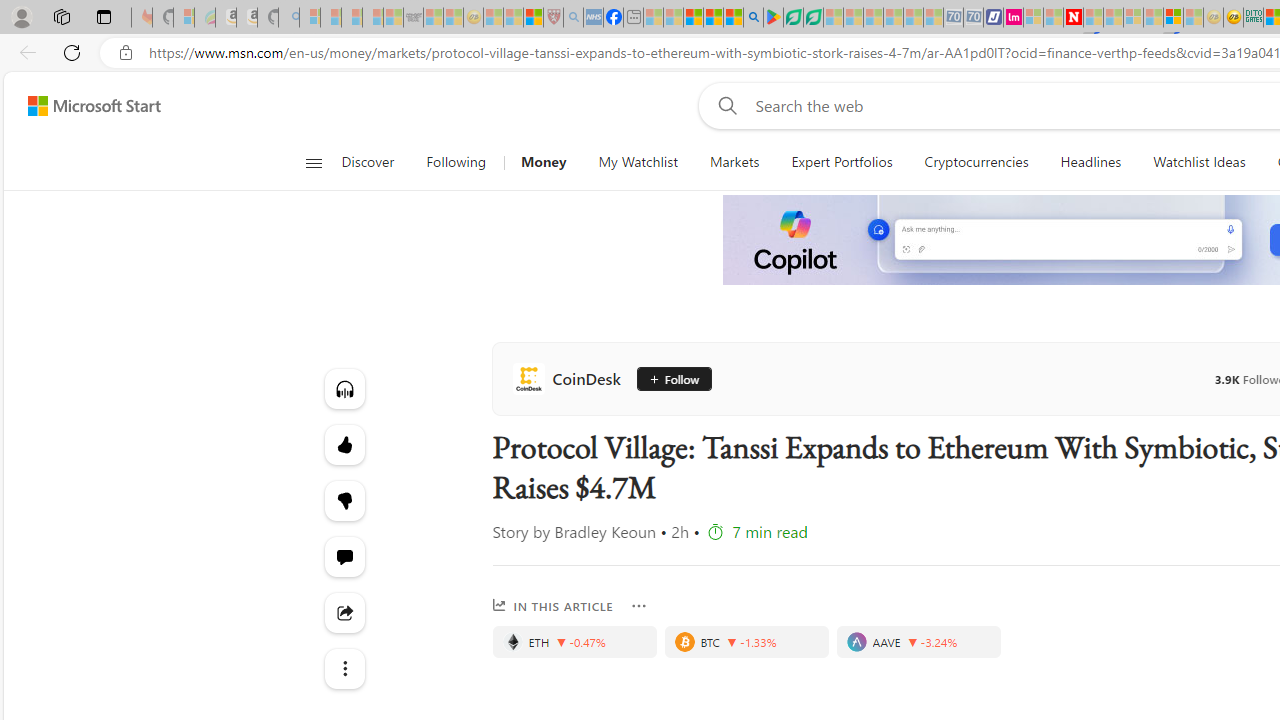 This screenshot has height=720, width=1280. What do you see at coordinates (1072, 17) in the screenshot?
I see `'Latest Politics News & Archive | Newsweek.com'` at bounding box center [1072, 17].